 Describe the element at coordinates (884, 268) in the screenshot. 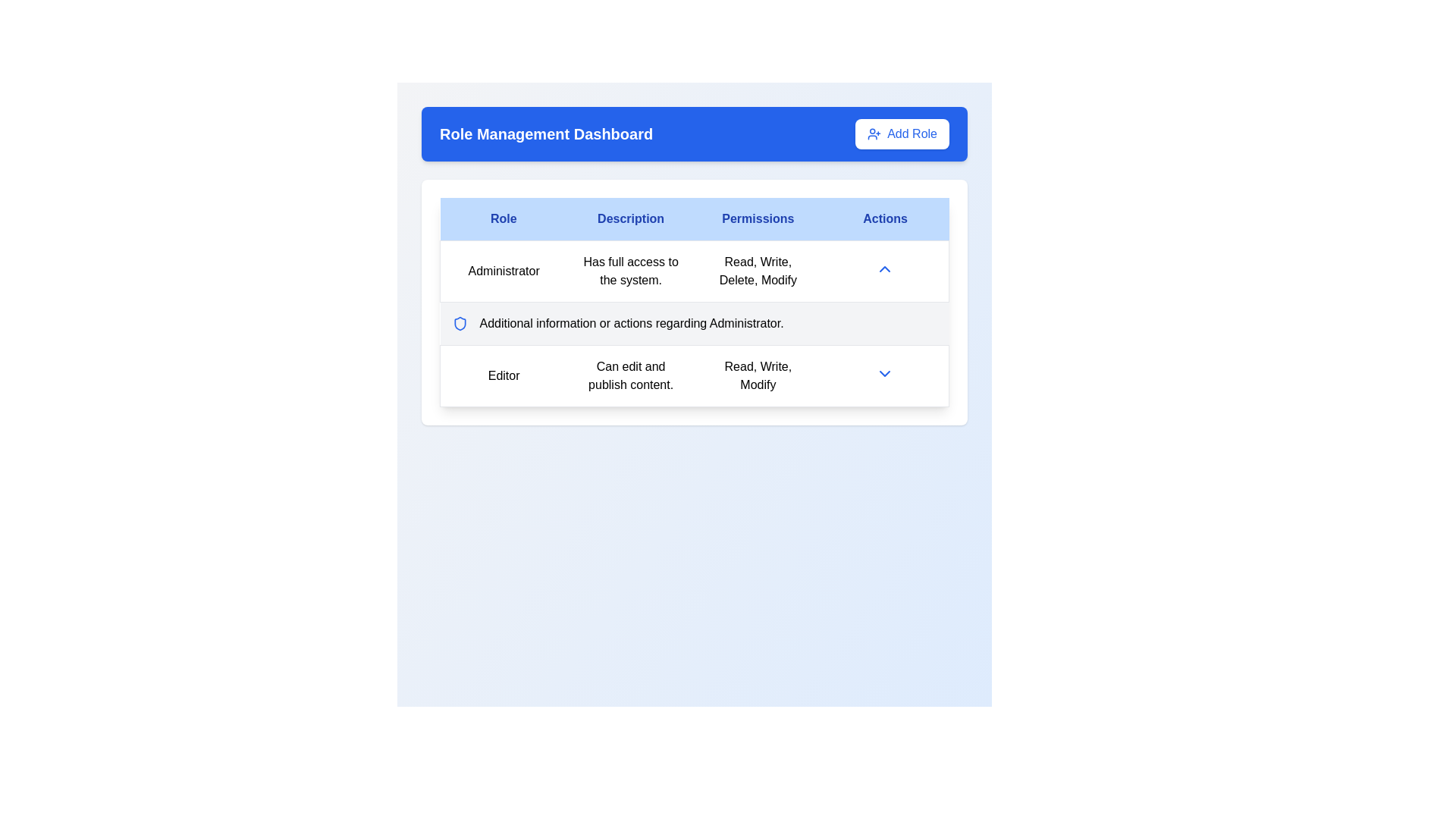

I see `the toggle button in the 'Actions' column for the 'Administrator' role` at that location.